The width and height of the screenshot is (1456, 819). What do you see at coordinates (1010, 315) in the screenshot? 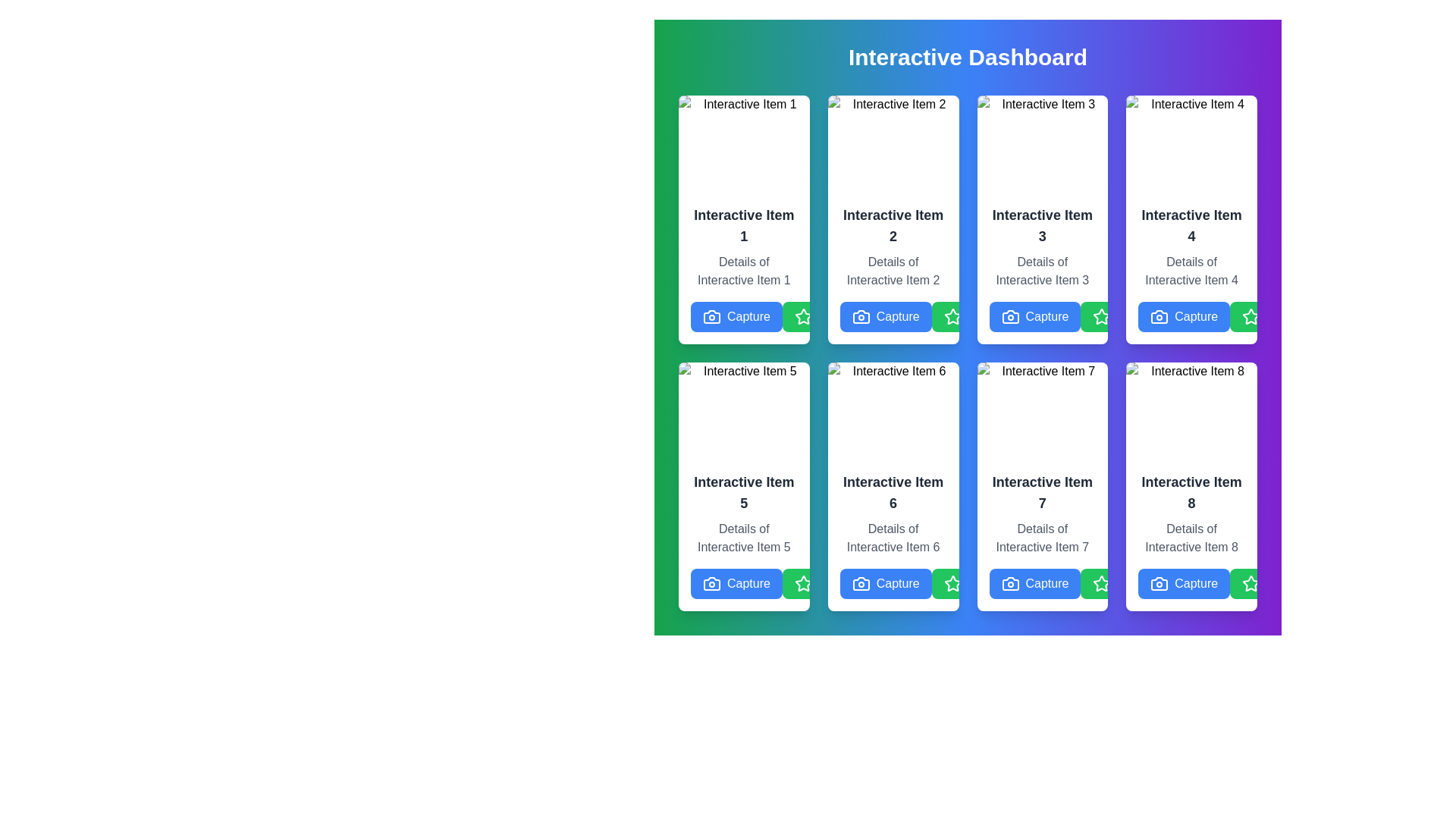
I see `the camera icon located within the 'Capture' button in the third card of the grid layout, which features a rectangular outline and a circular lens design` at bounding box center [1010, 315].